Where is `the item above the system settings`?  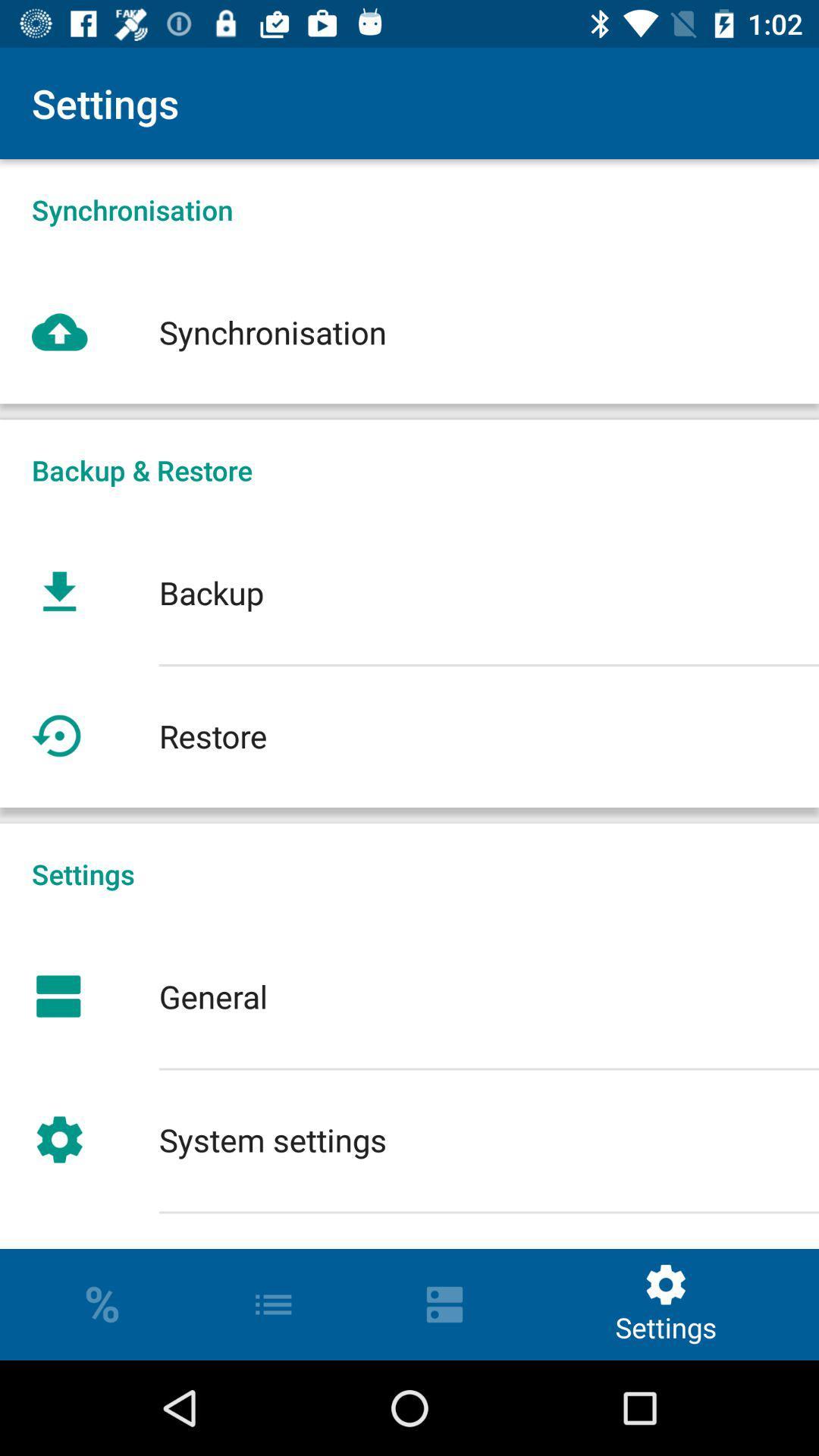 the item above the system settings is located at coordinates (409, 996).